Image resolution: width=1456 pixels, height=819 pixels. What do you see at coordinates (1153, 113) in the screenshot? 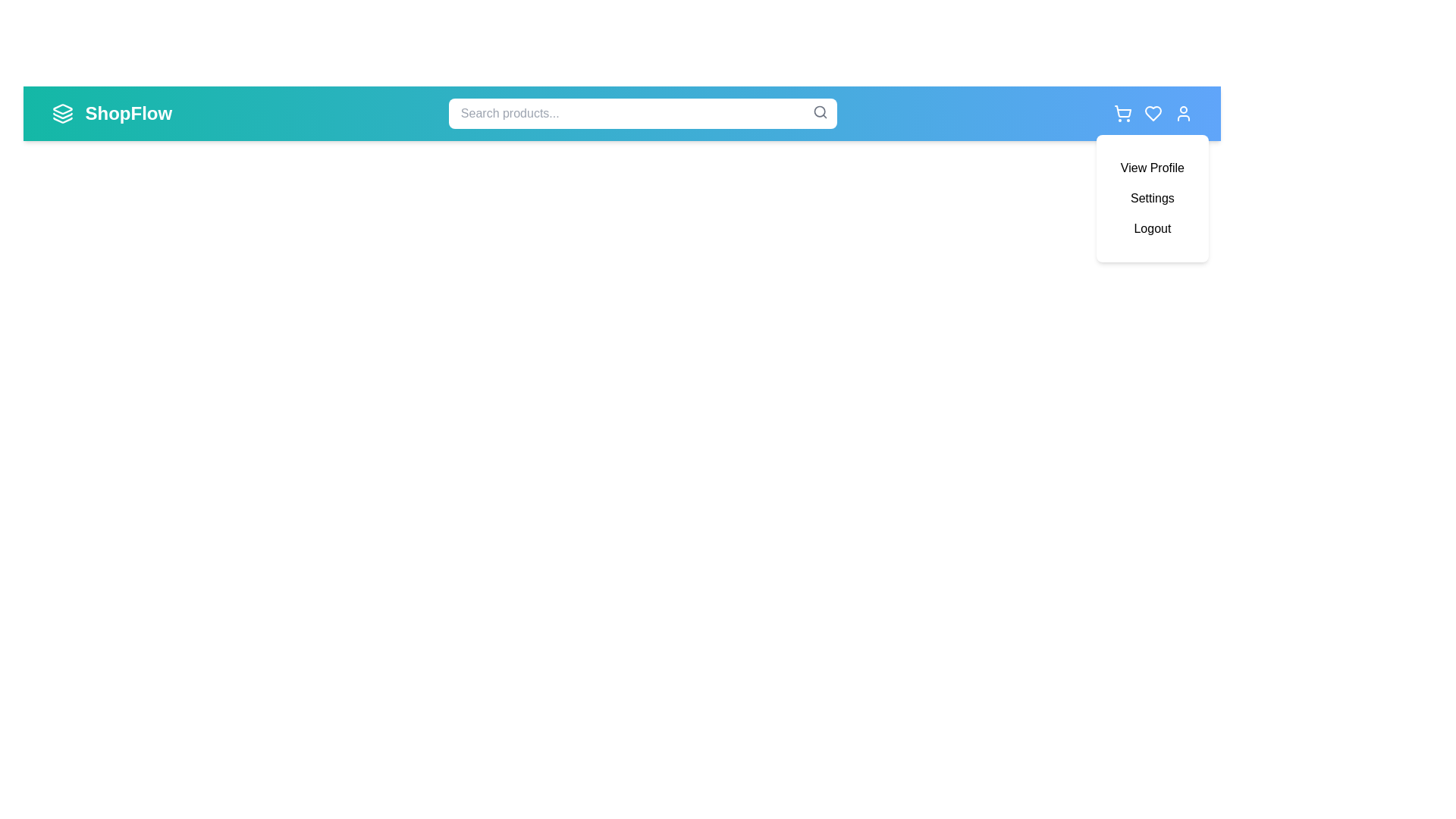
I see `the wishlist icon to view the wishlist` at bounding box center [1153, 113].